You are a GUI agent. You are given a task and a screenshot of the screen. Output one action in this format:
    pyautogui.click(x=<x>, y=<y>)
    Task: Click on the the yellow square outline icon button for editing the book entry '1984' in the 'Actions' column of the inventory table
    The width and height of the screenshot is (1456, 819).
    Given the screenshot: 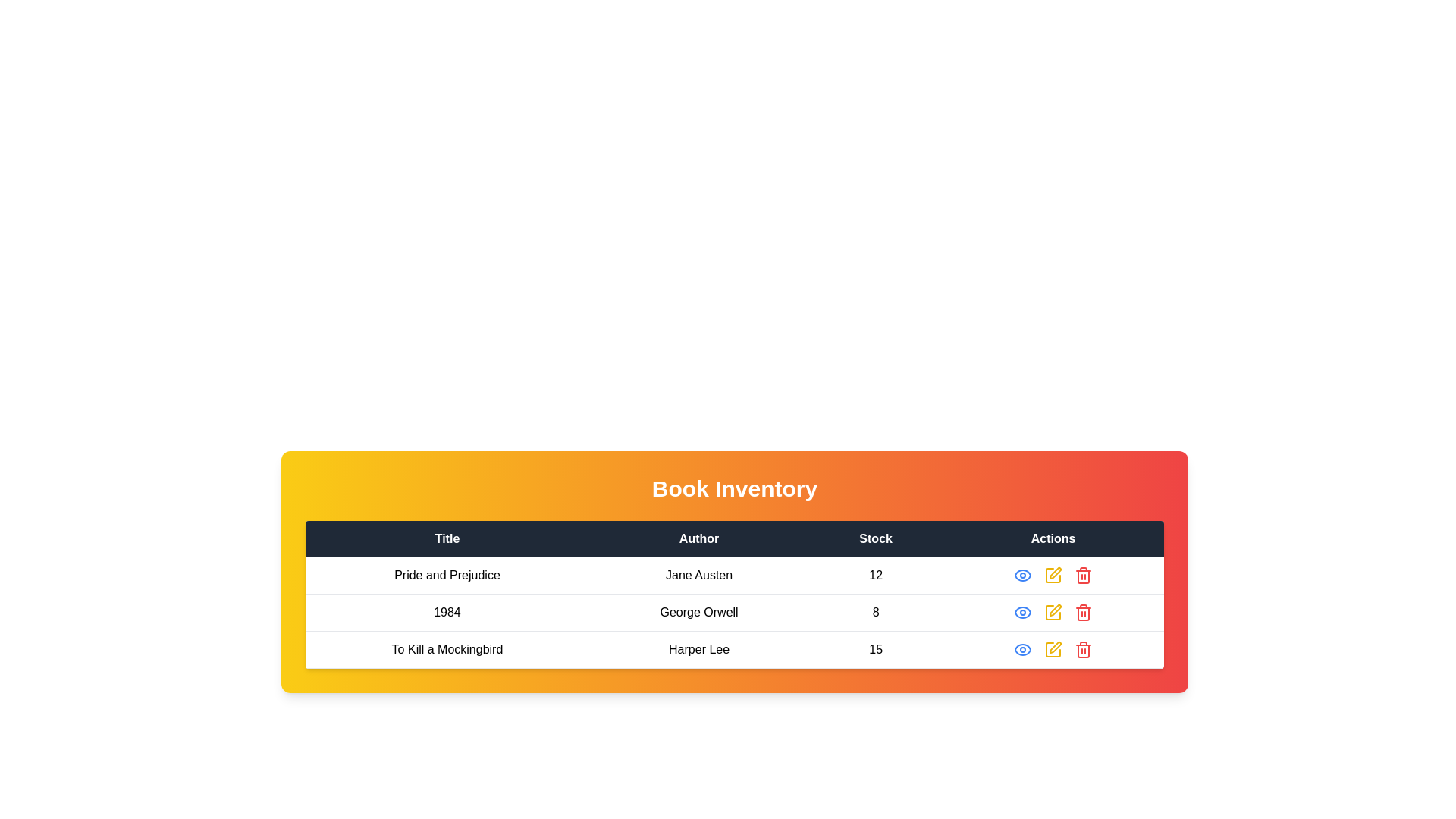 What is the action you would take?
    pyautogui.click(x=1053, y=611)
    